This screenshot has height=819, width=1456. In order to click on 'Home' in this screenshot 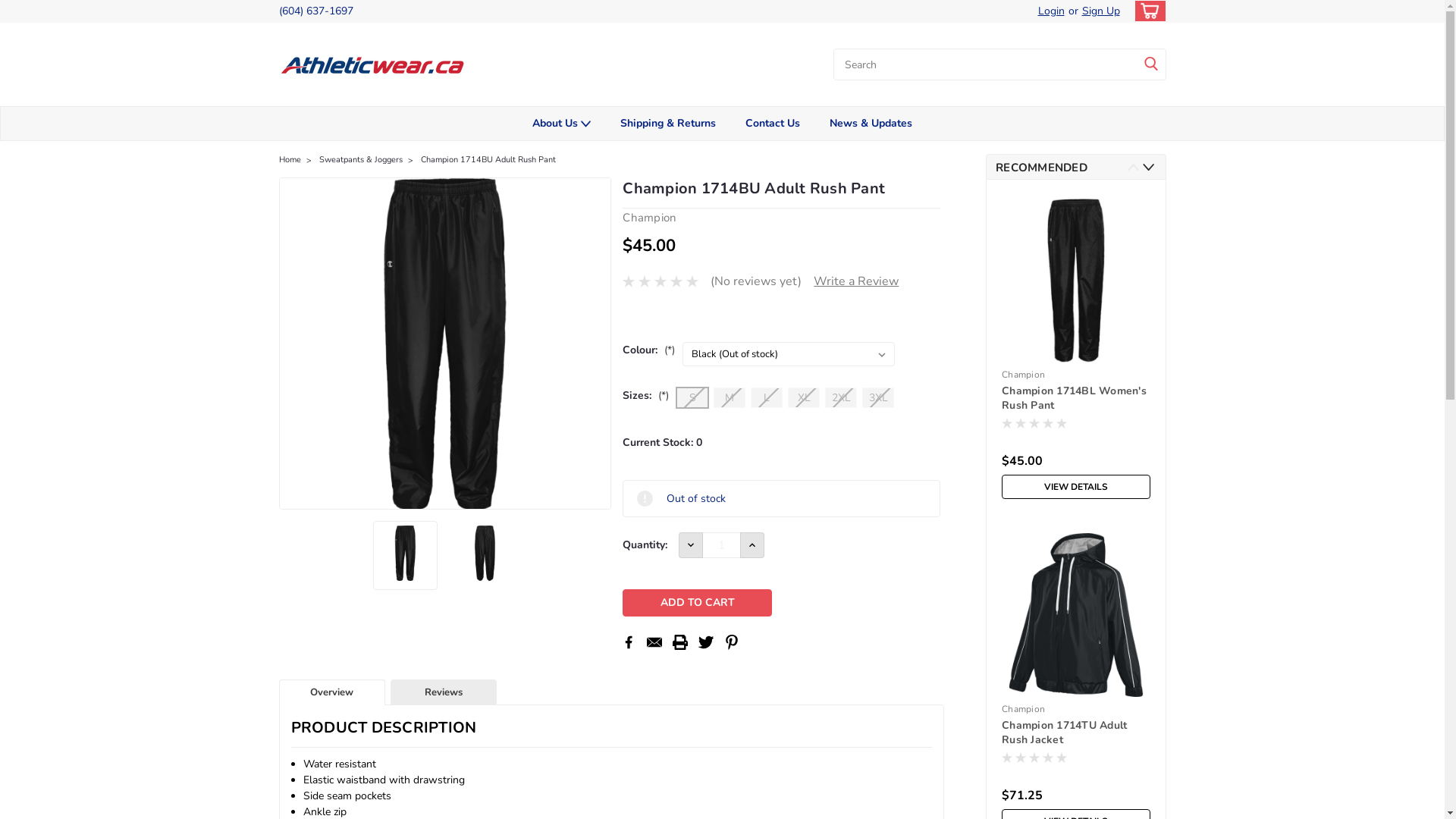, I will do `click(290, 159)`.